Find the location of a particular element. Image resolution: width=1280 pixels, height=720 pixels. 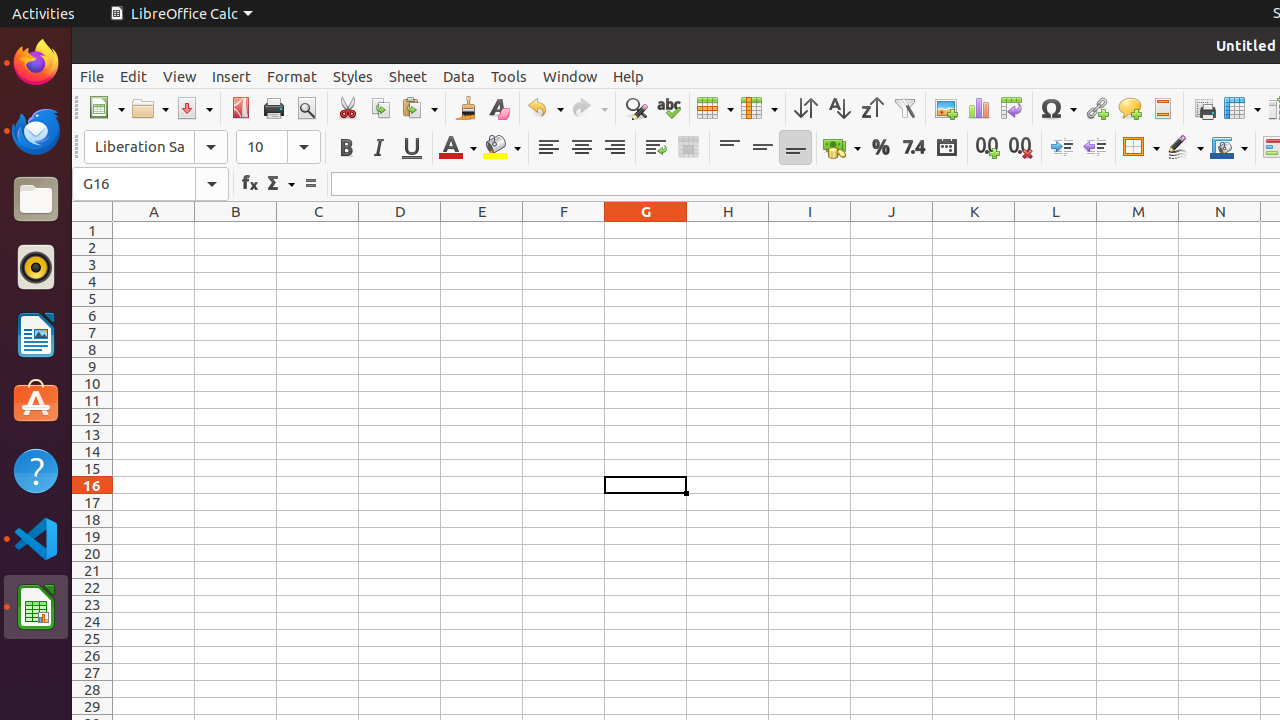

'Format' is located at coordinates (290, 75).